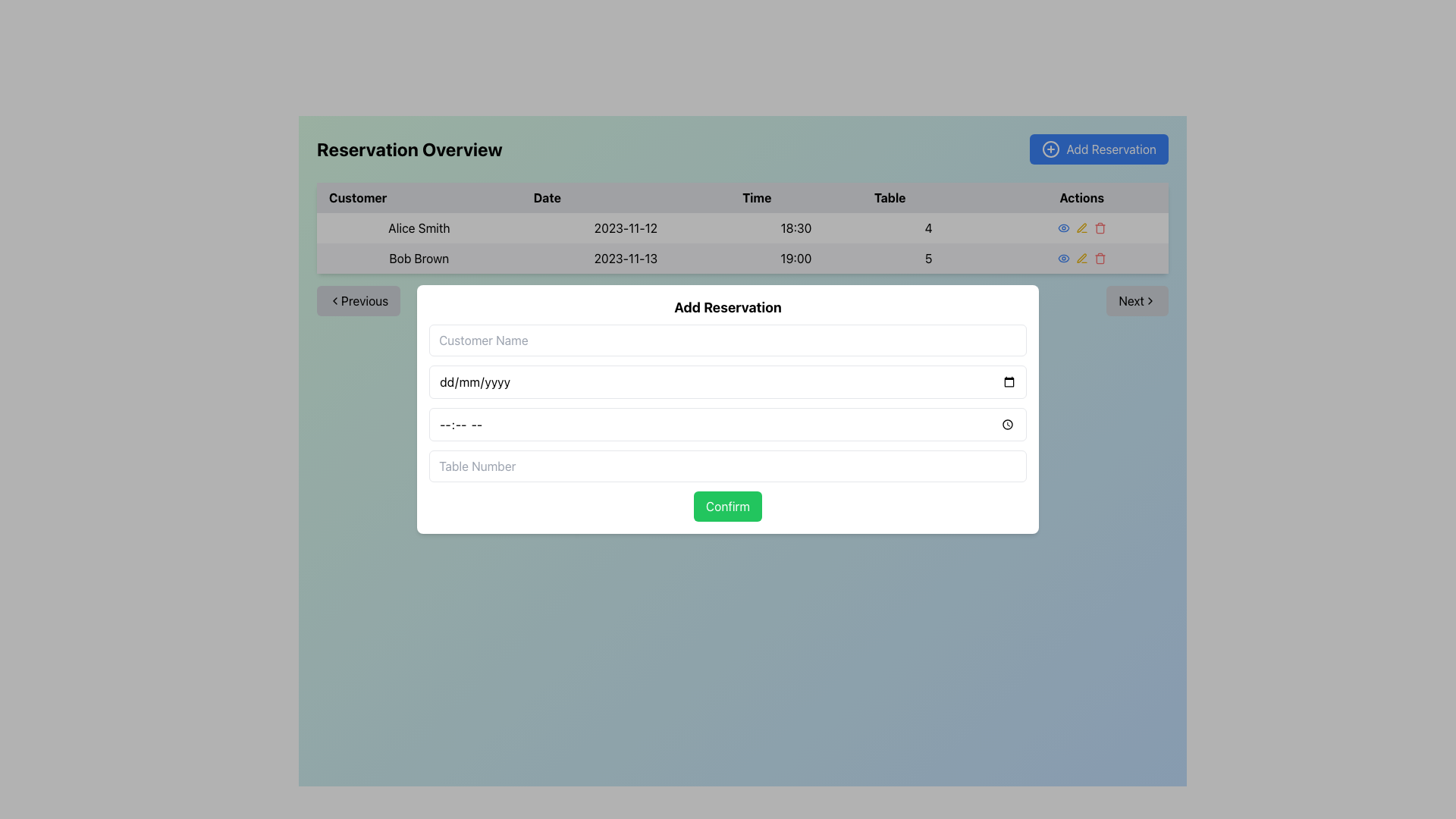 The width and height of the screenshot is (1456, 819). I want to click on the yellow pen-shaped icon in the third position of the action button set for Bob Brown, so click(1081, 227).